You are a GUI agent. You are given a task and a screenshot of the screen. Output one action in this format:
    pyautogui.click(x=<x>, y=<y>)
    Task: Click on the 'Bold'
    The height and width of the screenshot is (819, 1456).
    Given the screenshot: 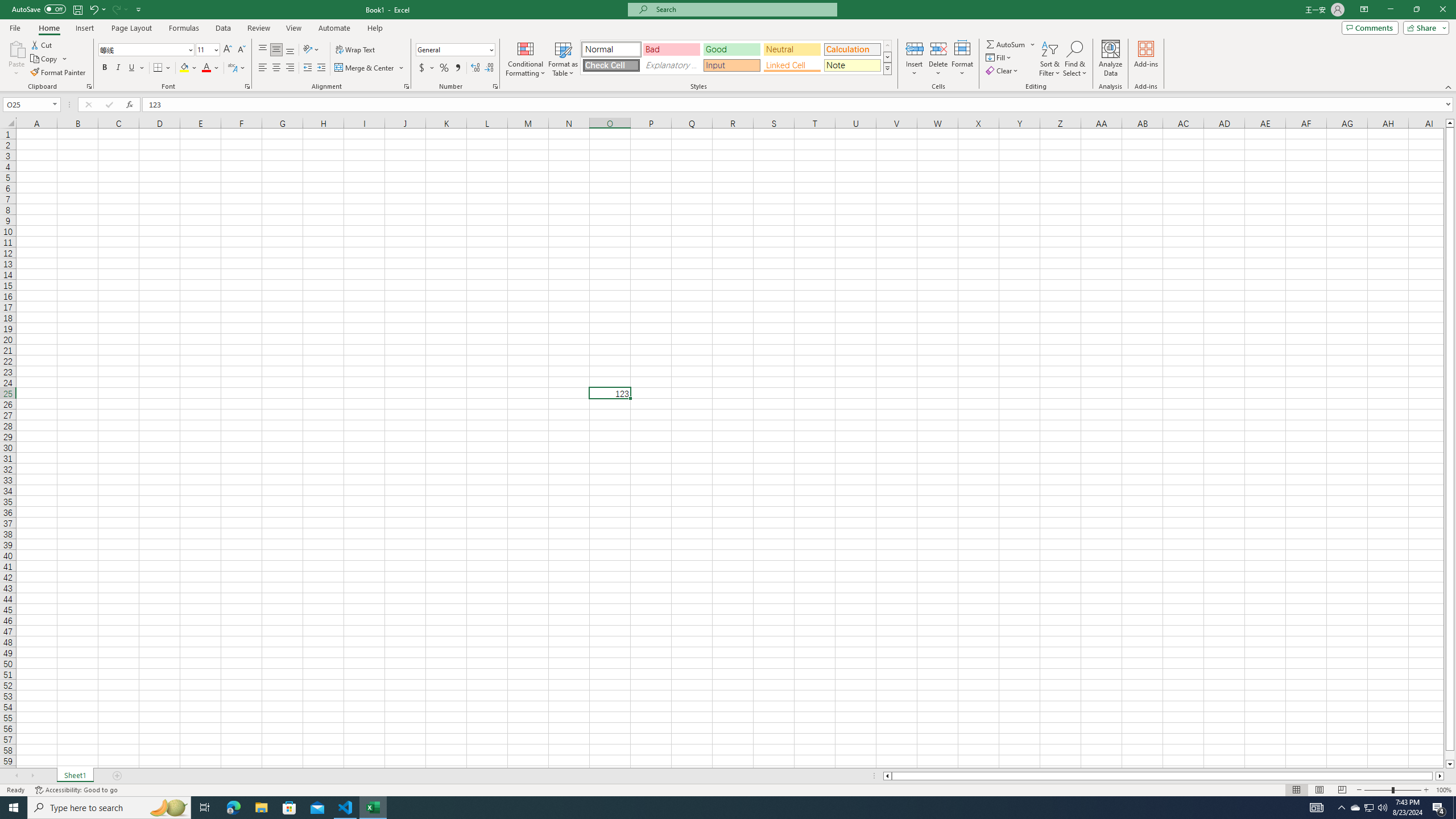 What is the action you would take?
    pyautogui.click(x=104, y=67)
    